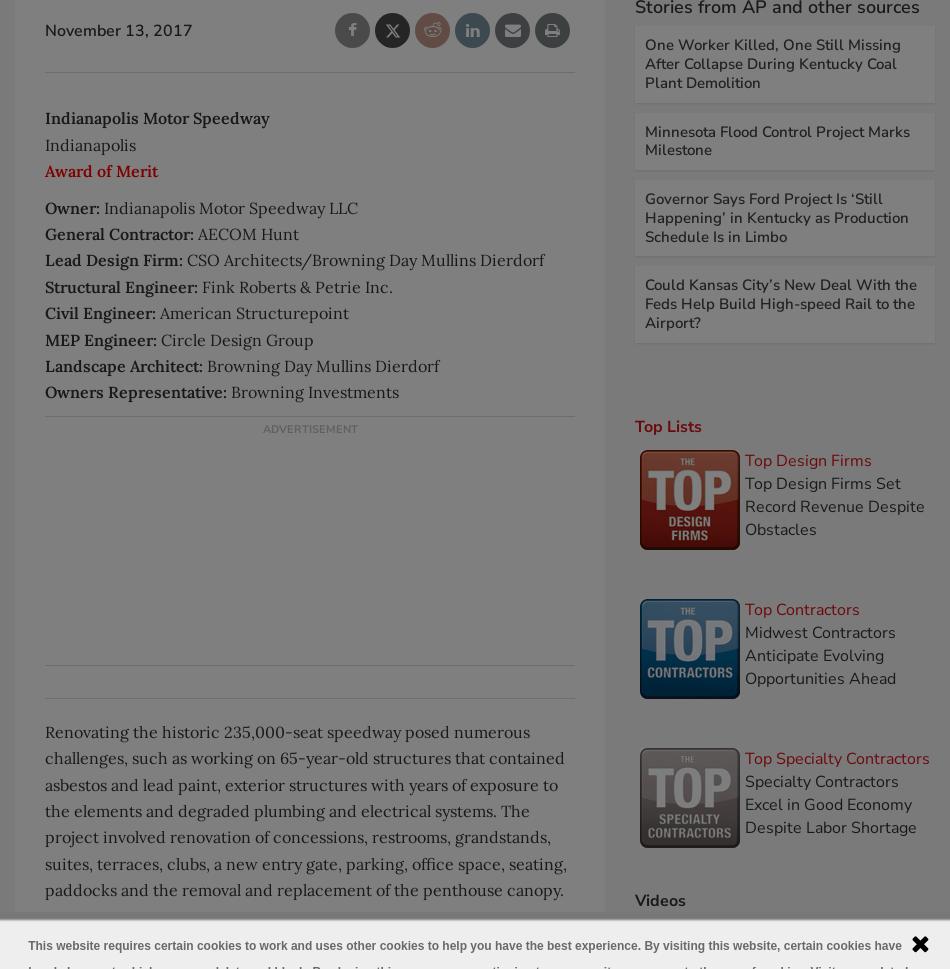  Describe the element at coordinates (251, 311) in the screenshot. I see `'American Structurepoint'` at that location.